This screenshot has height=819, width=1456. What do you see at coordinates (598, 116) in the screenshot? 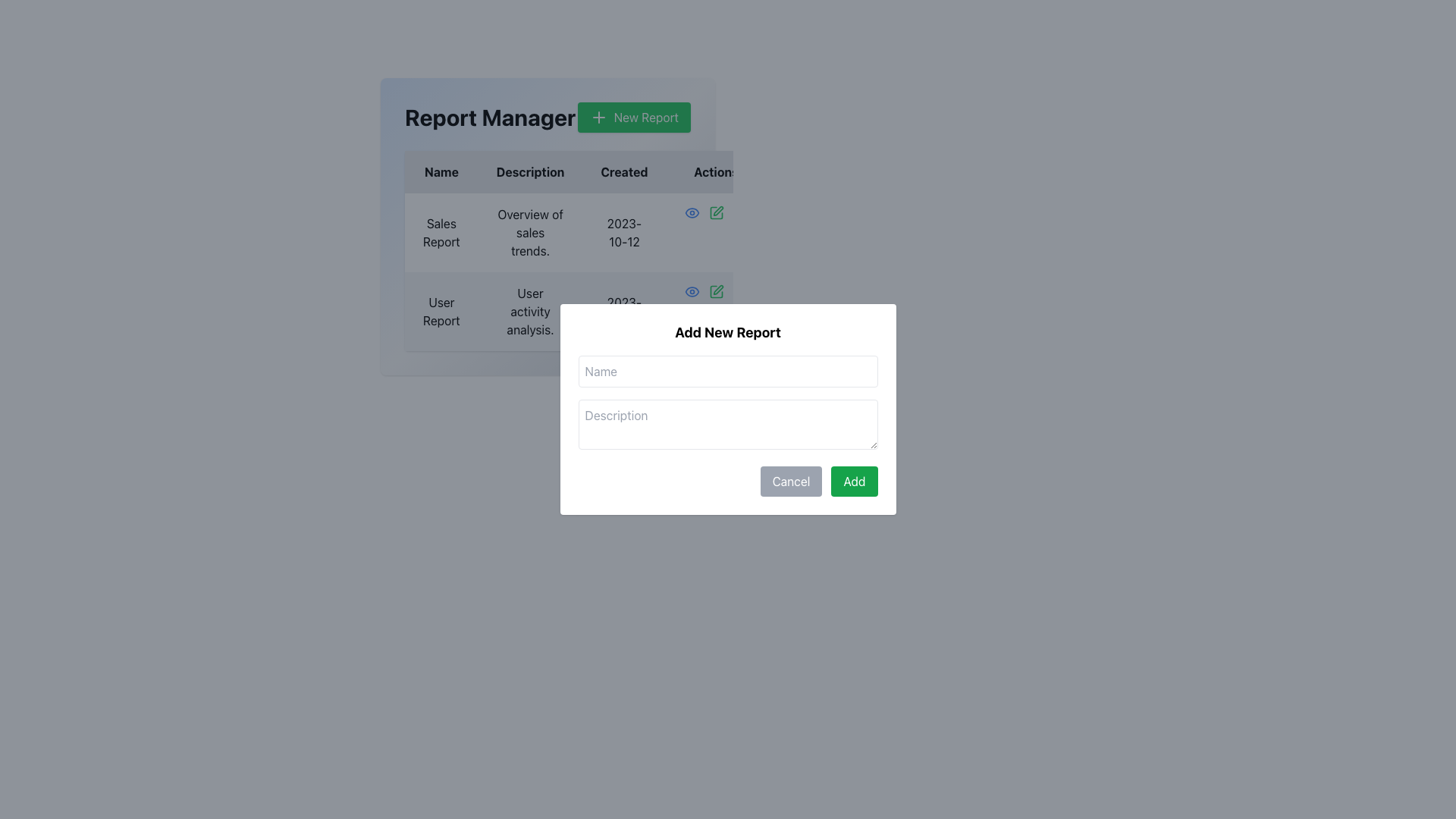
I see `the icon inside the 'New Report' green button at the top-right corner of the 'Report Manager' section, which symbolizes the action of adding or creating a new report` at bounding box center [598, 116].